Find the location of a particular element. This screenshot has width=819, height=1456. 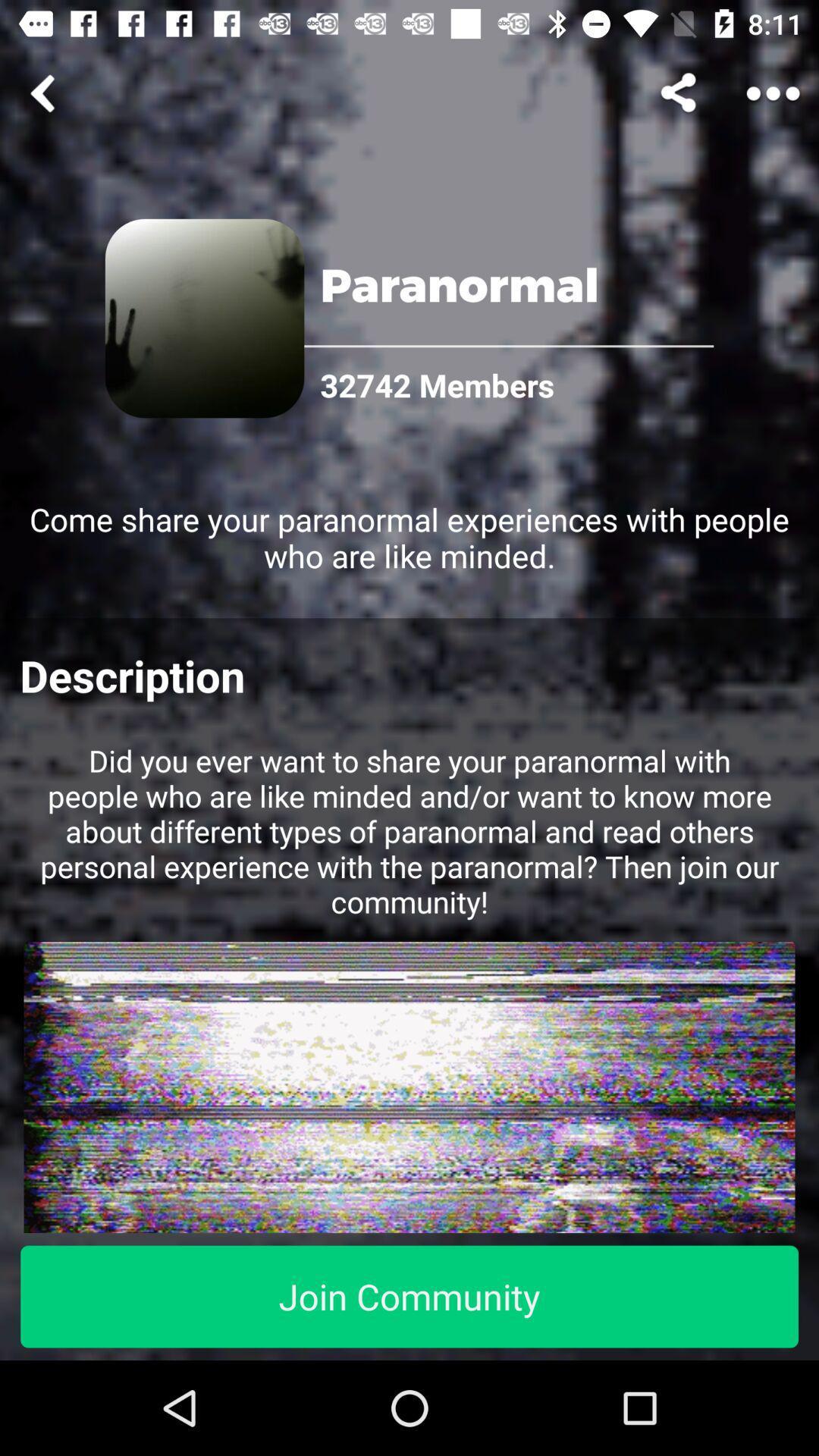

the arrow_backward icon is located at coordinates (45, 93).